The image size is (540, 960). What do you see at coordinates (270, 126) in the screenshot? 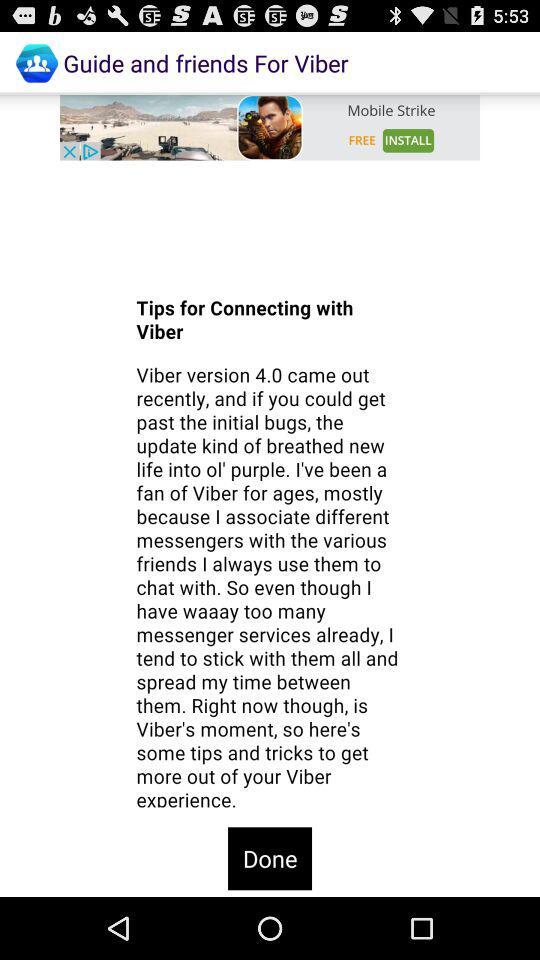
I see `advertisement page` at bounding box center [270, 126].